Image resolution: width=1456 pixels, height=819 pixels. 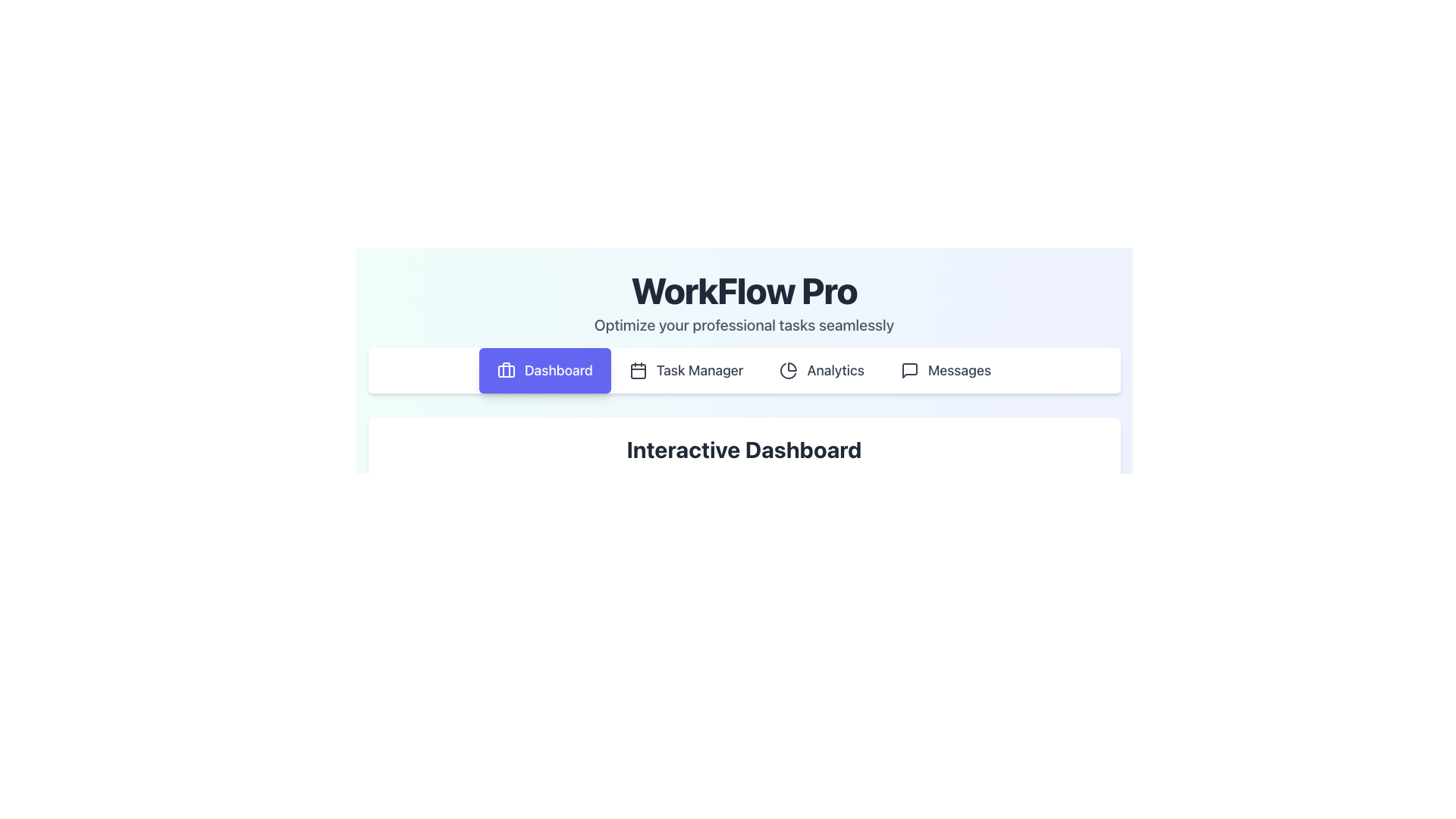 I want to click on the bottom portion of the briefcase-like icon located in the navigation bar at the top, adjacent to the 'Dashboard' text, so click(x=506, y=371).